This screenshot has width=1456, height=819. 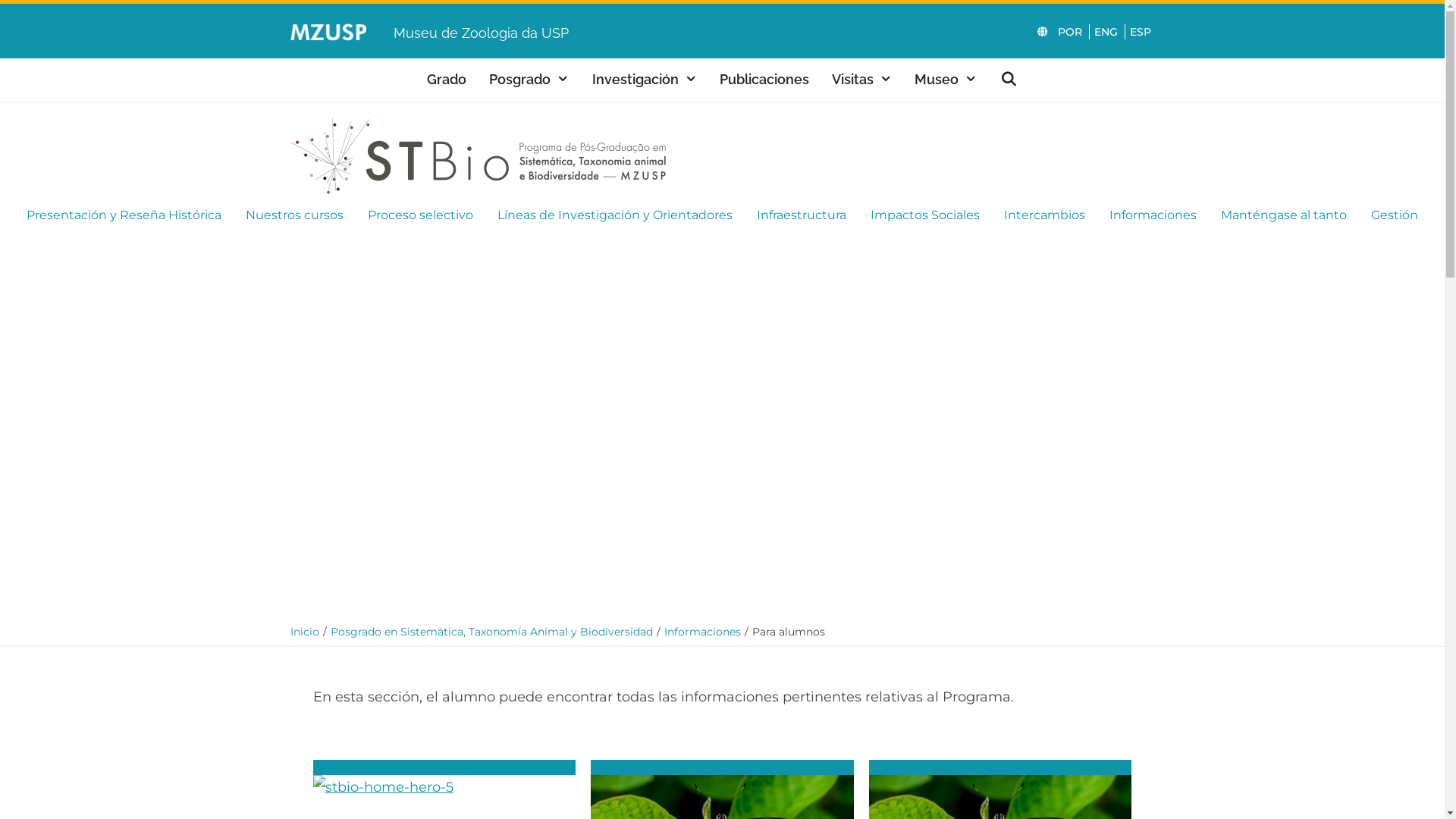 What do you see at coordinates (1068, 32) in the screenshot?
I see `'POR'` at bounding box center [1068, 32].